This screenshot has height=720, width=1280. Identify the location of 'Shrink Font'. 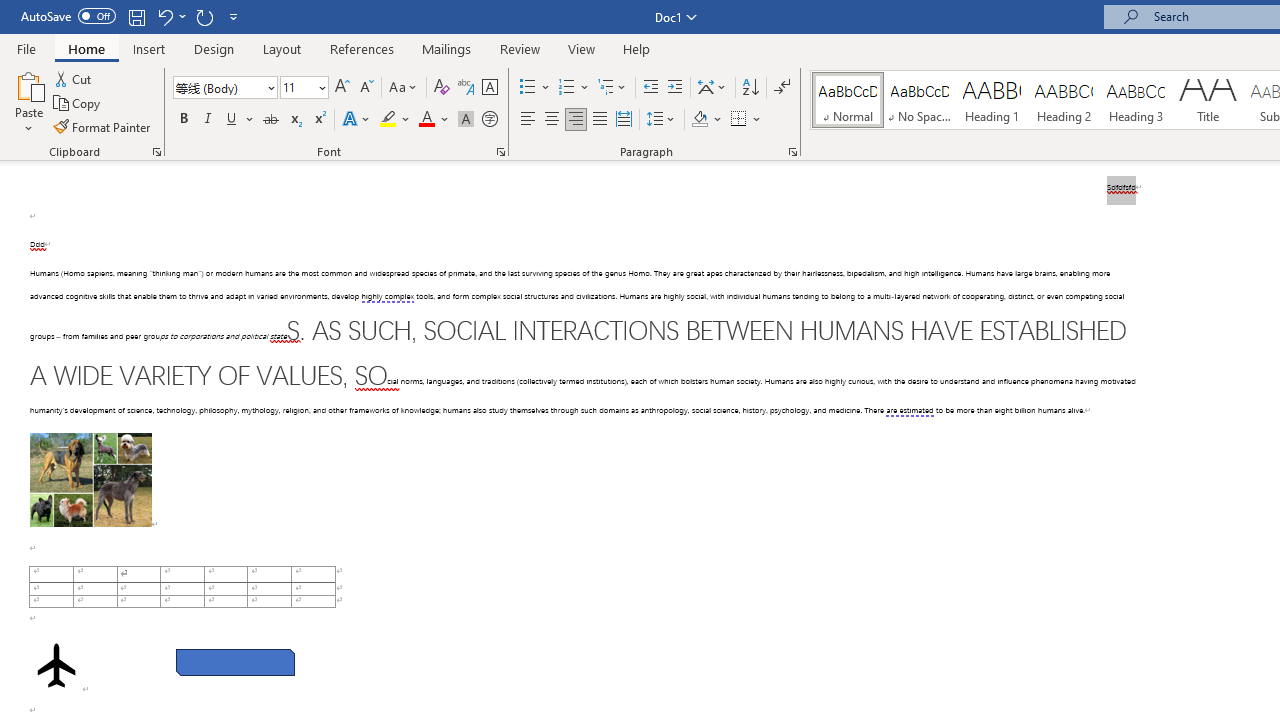
(366, 86).